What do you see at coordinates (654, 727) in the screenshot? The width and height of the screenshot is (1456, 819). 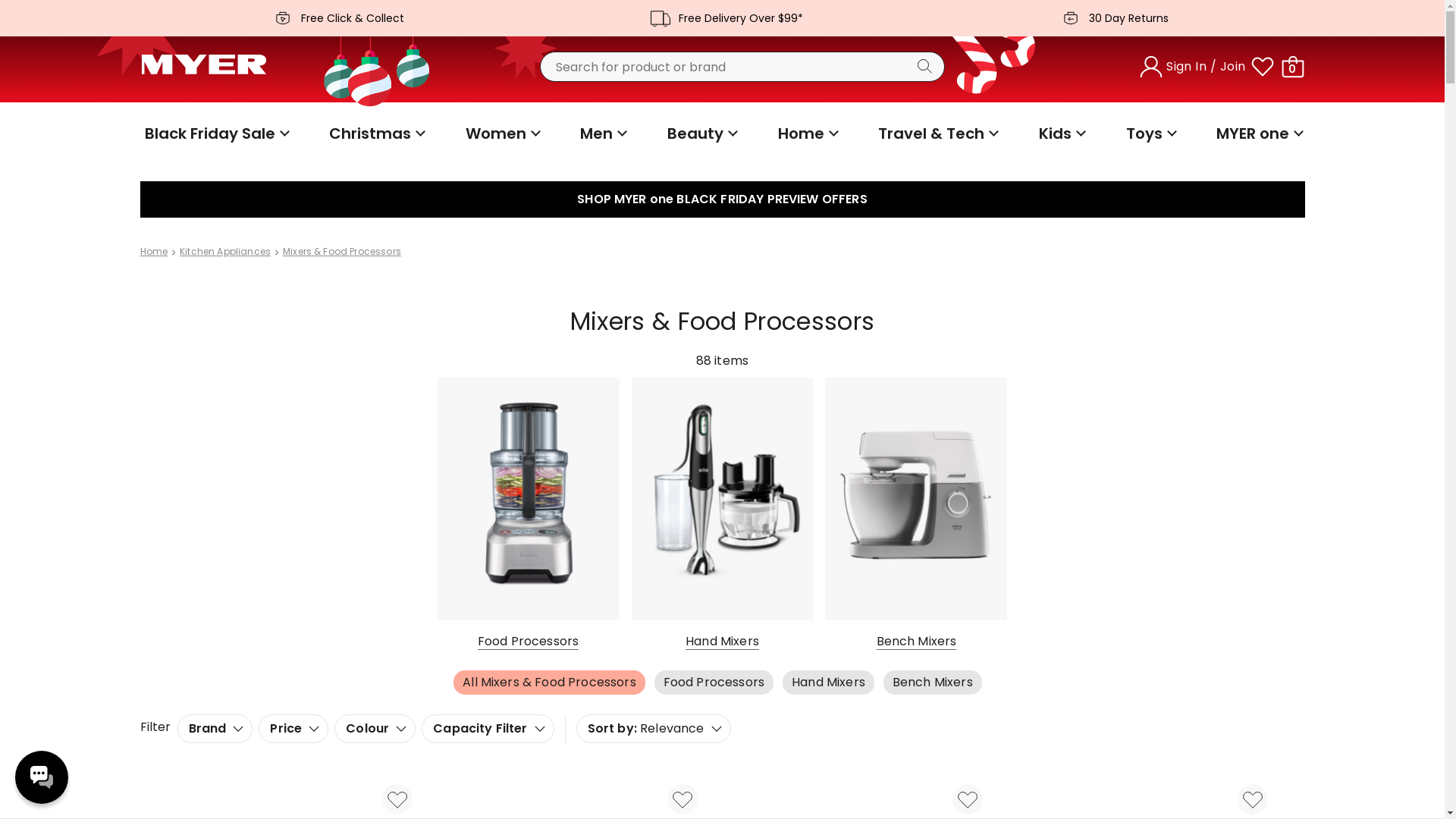 I see `'Sort by: Relevance'` at bounding box center [654, 727].